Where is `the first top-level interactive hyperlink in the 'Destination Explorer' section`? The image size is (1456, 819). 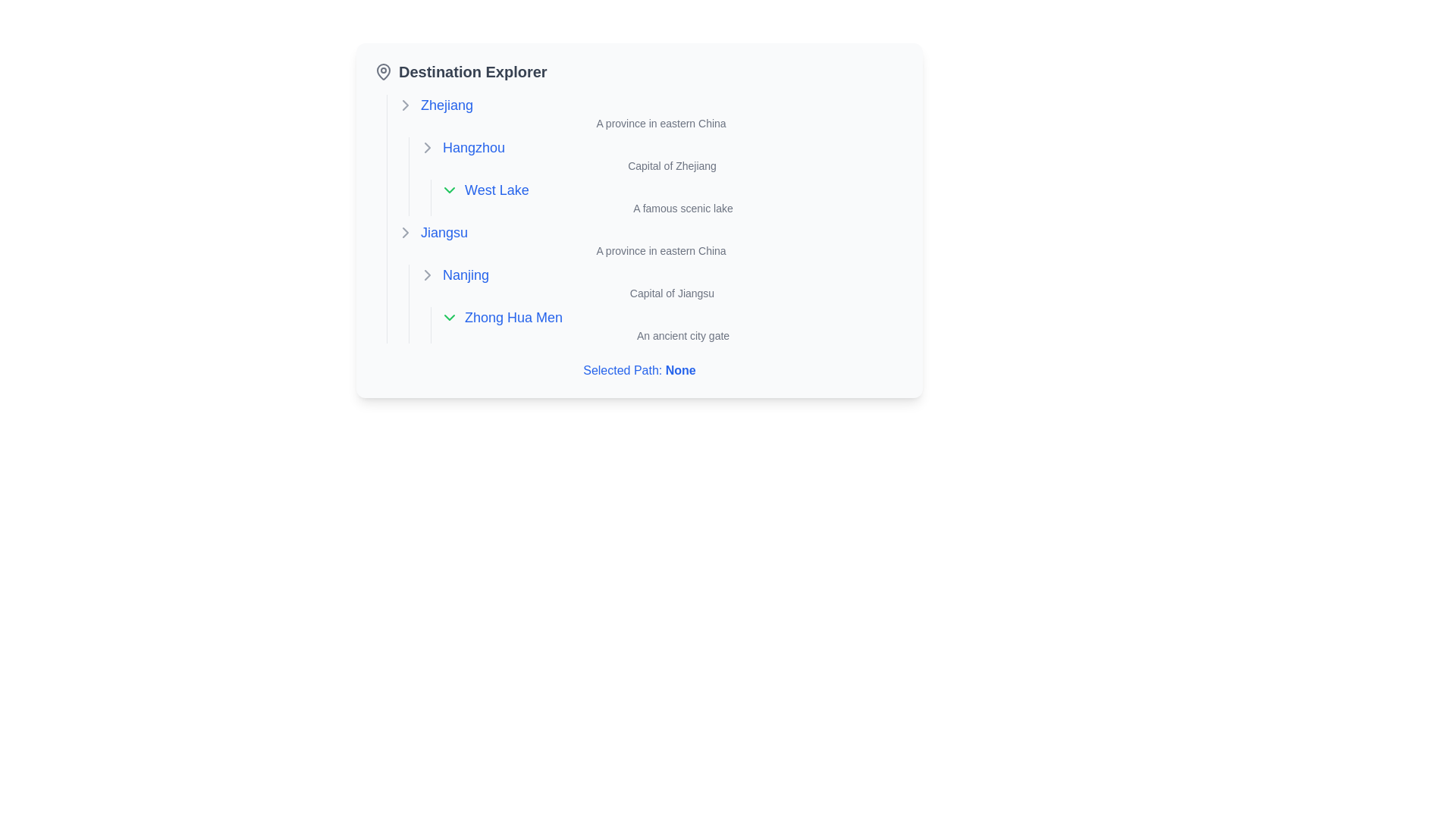 the first top-level interactive hyperlink in the 'Destination Explorer' section is located at coordinates (446, 104).